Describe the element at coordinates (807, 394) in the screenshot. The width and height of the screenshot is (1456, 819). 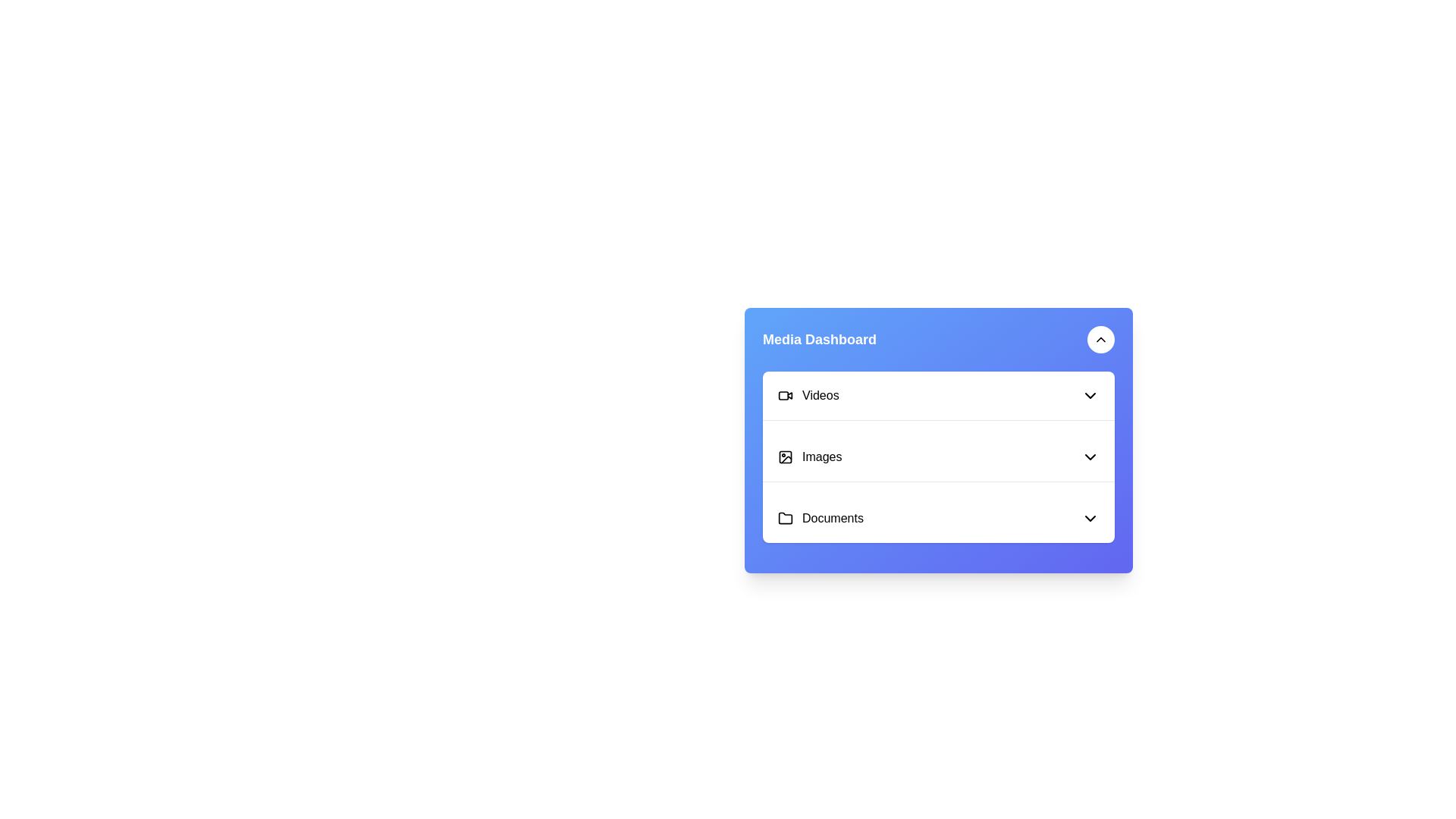
I see `the 'Videos' menu item, which is the topmost element` at that location.